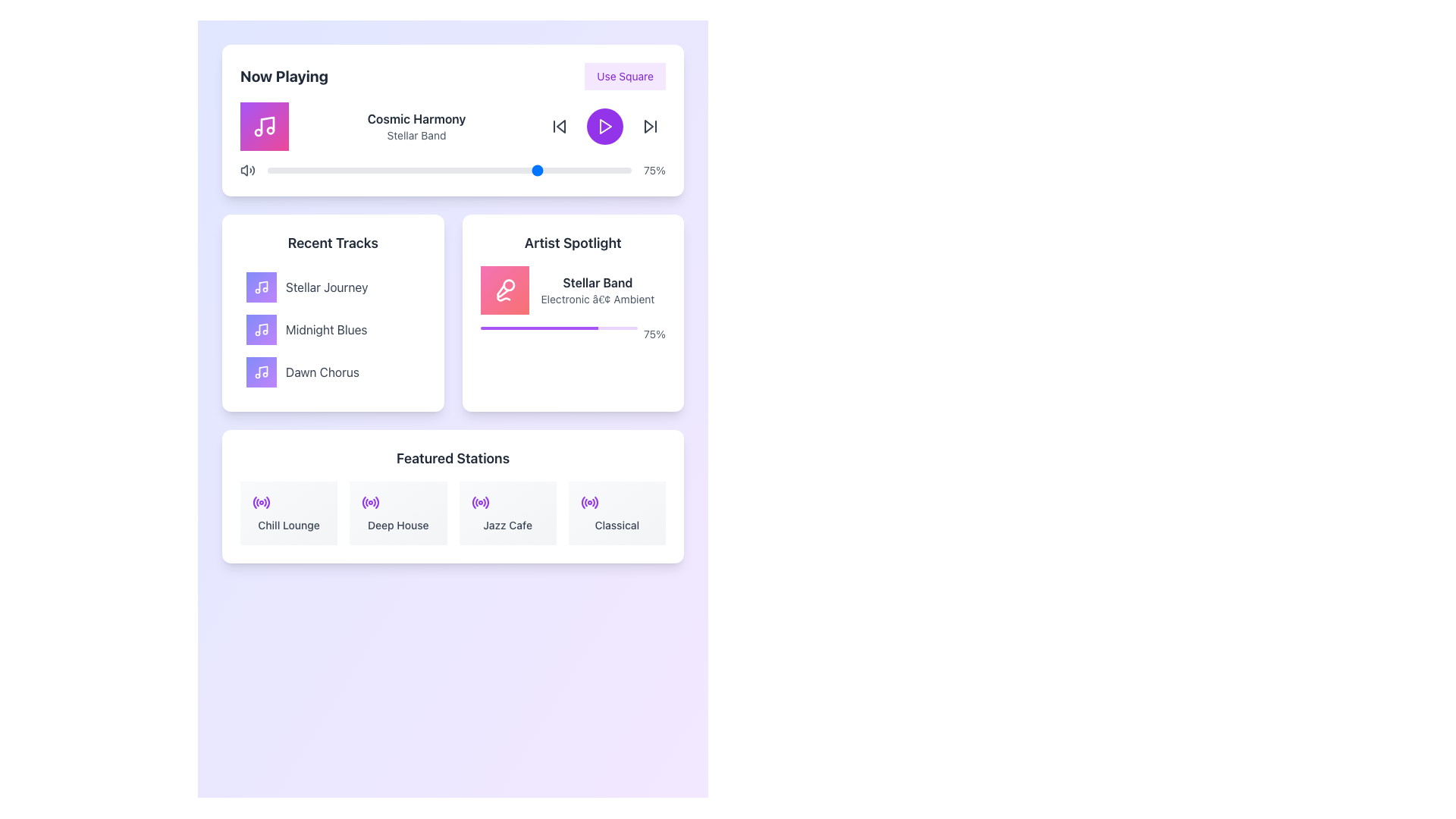 The height and width of the screenshot is (819, 1456). Describe the element at coordinates (588, 503) in the screenshot. I see `the circular radio wave icon with purple concentric circles that is labeled 'Classical' underneath in the 'Featured Stations' section` at that location.